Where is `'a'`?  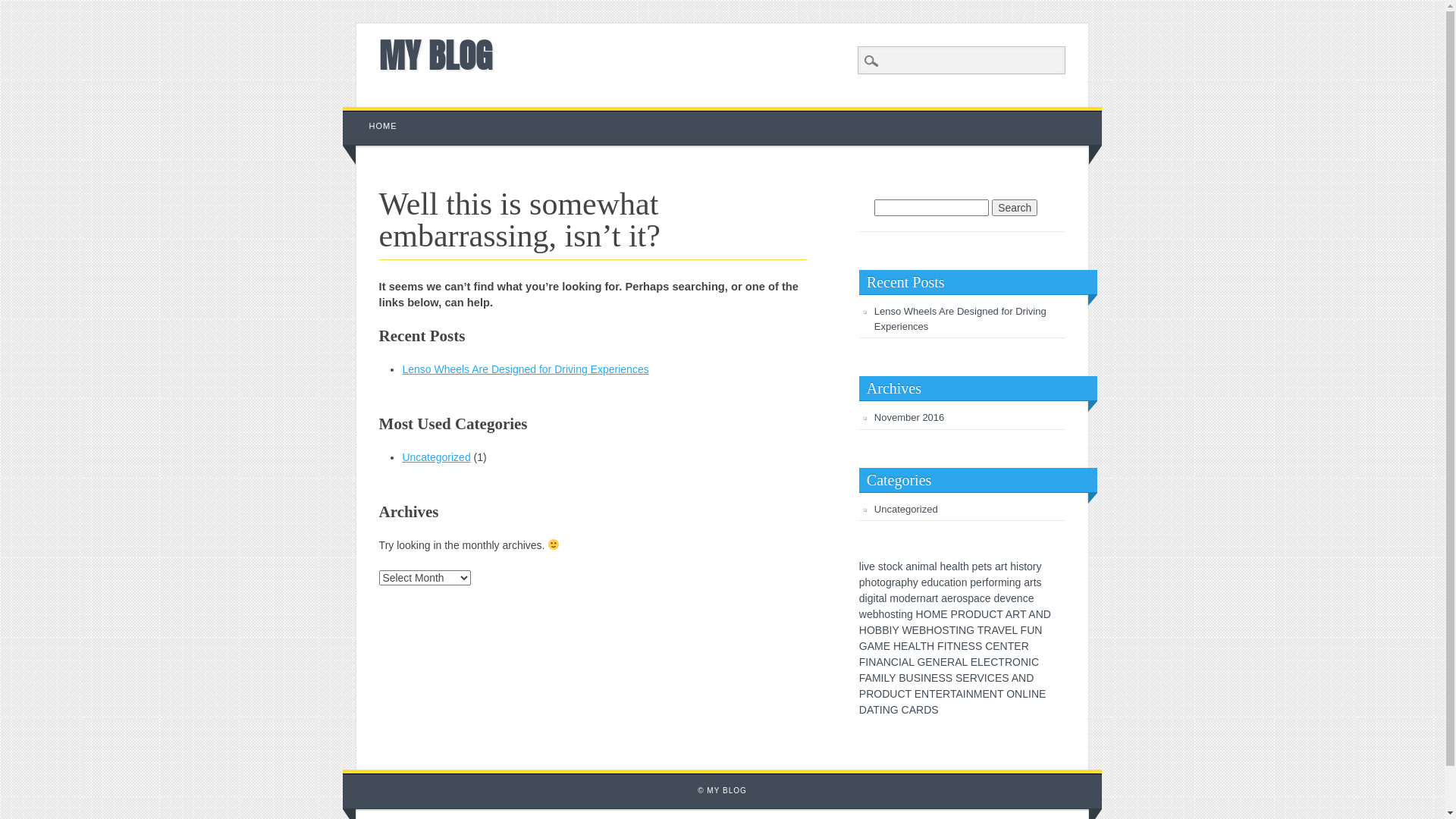
'a' is located at coordinates (927, 598).